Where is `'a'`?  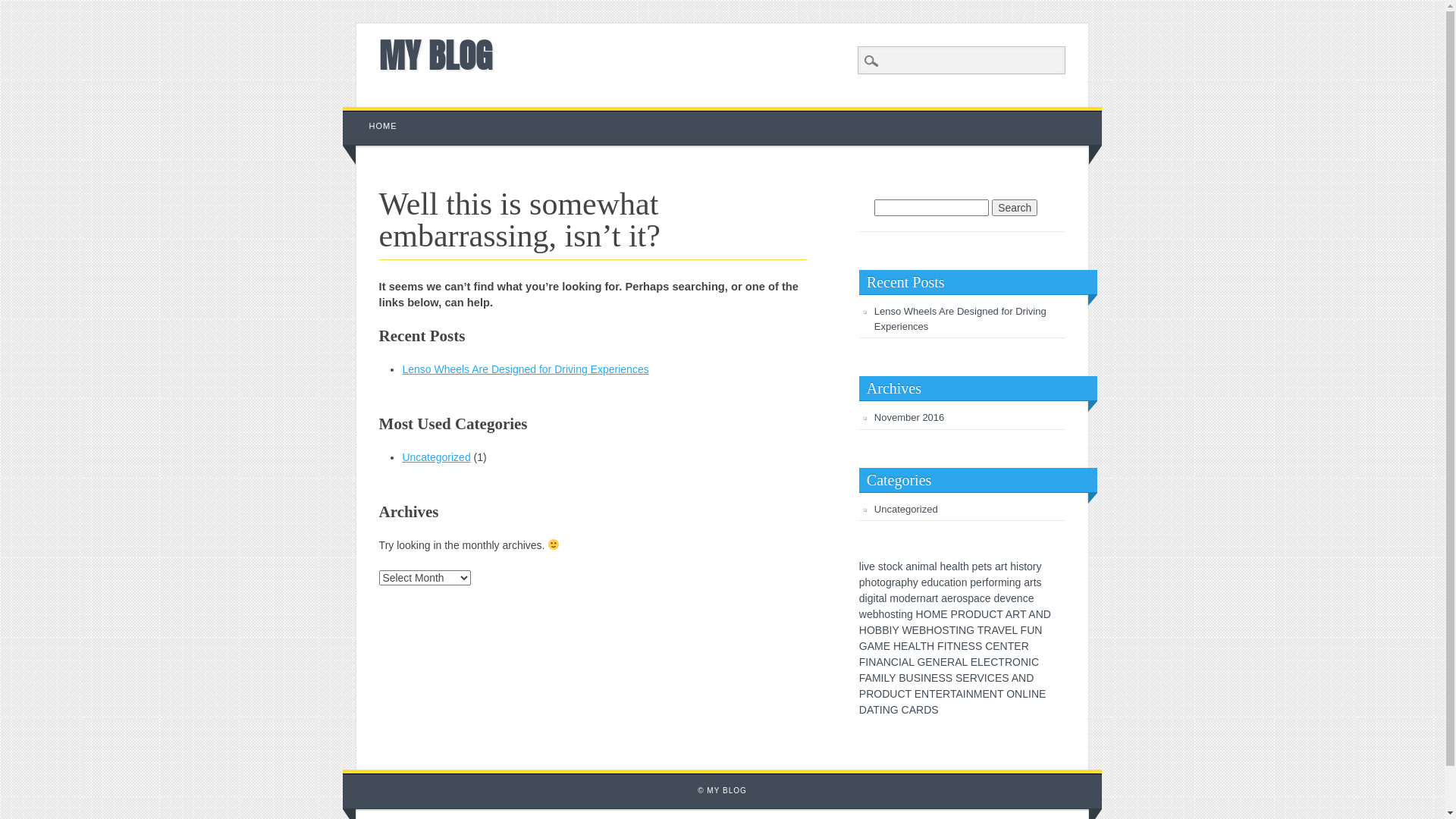
'a' is located at coordinates (927, 598).